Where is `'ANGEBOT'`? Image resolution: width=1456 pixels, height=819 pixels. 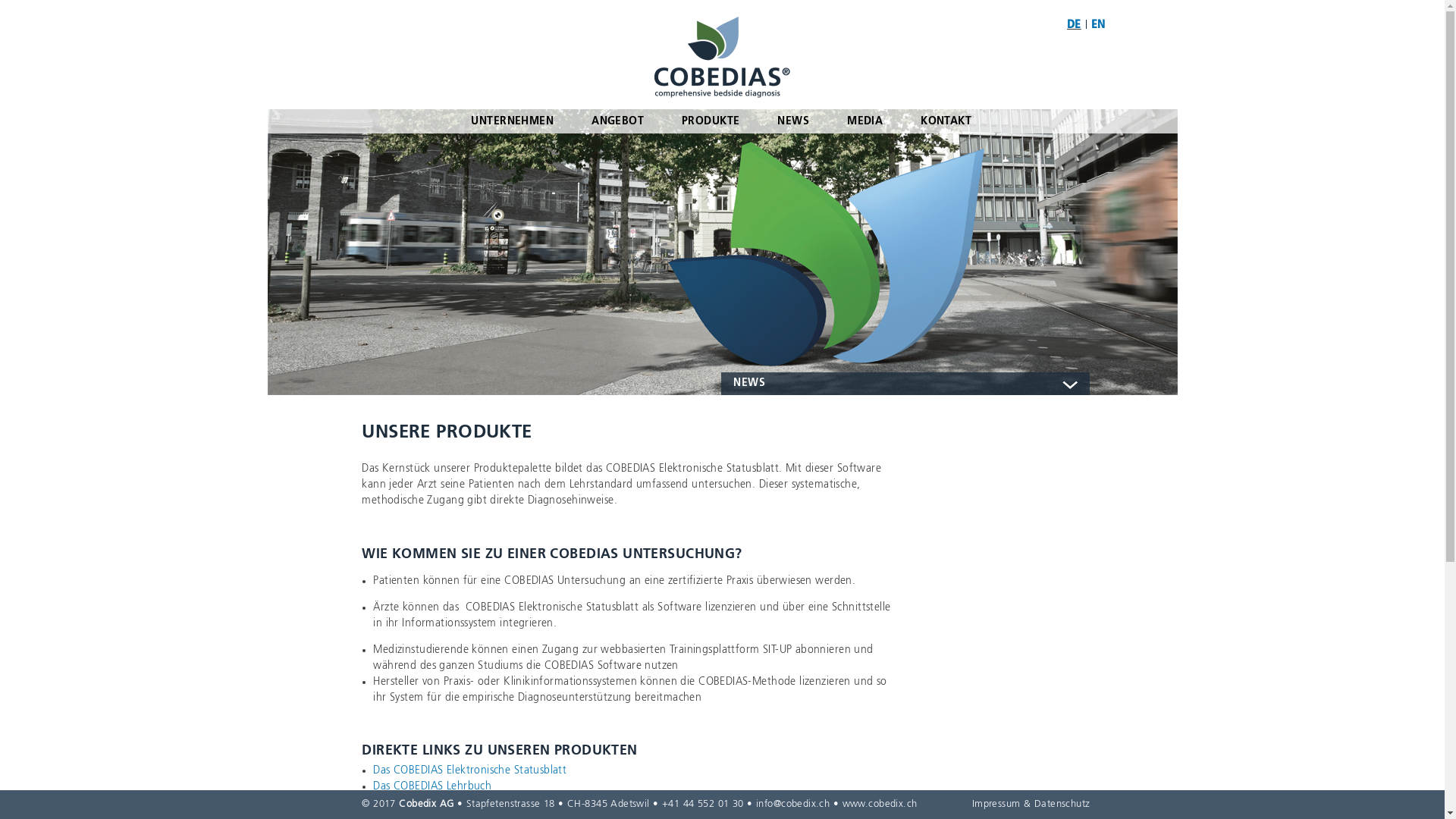 'ANGEBOT' is located at coordinates (571, 120).